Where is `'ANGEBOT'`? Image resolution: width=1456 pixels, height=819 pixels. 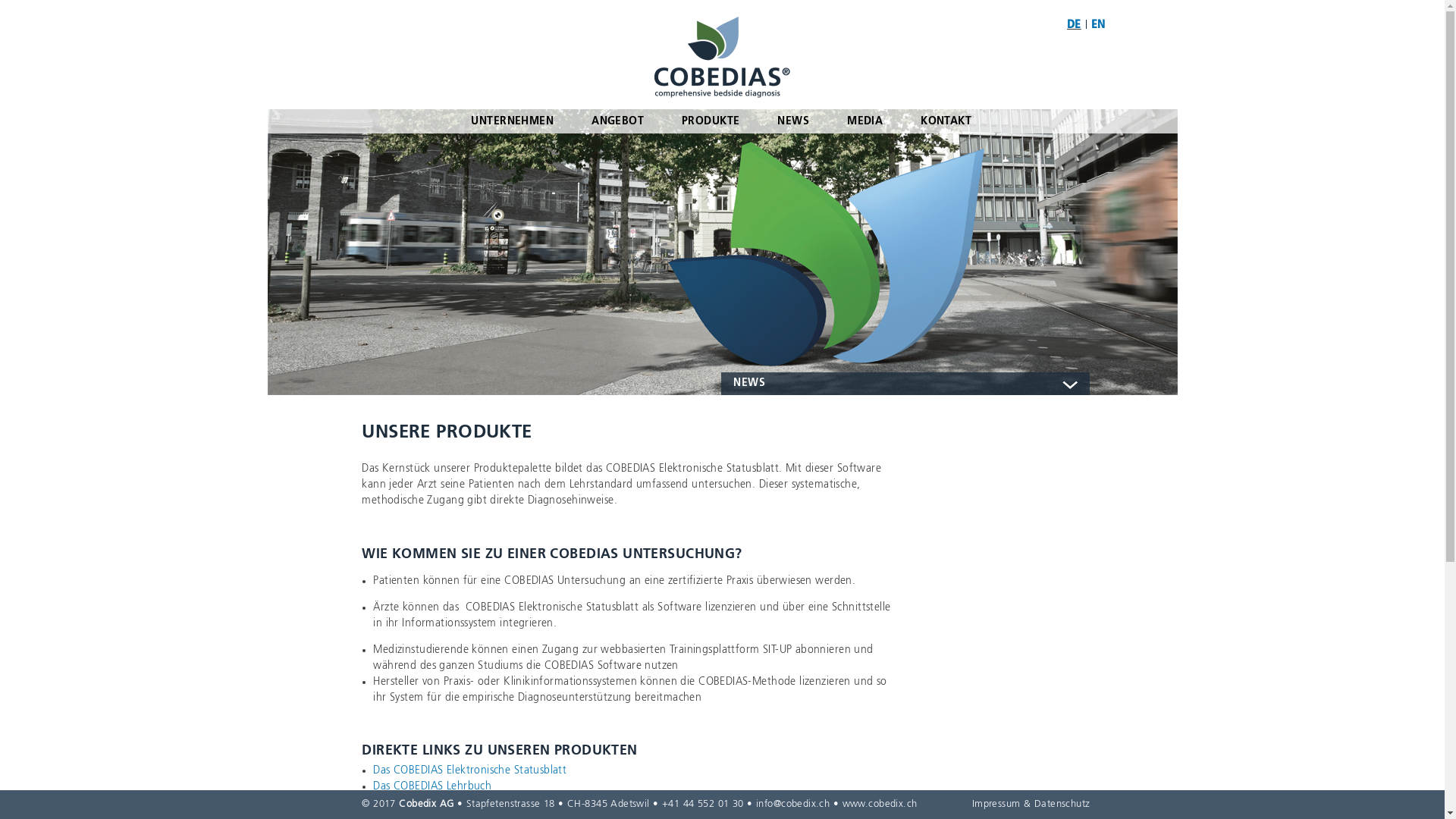 'ANGEBOT' is located at coordinates (571, 120).